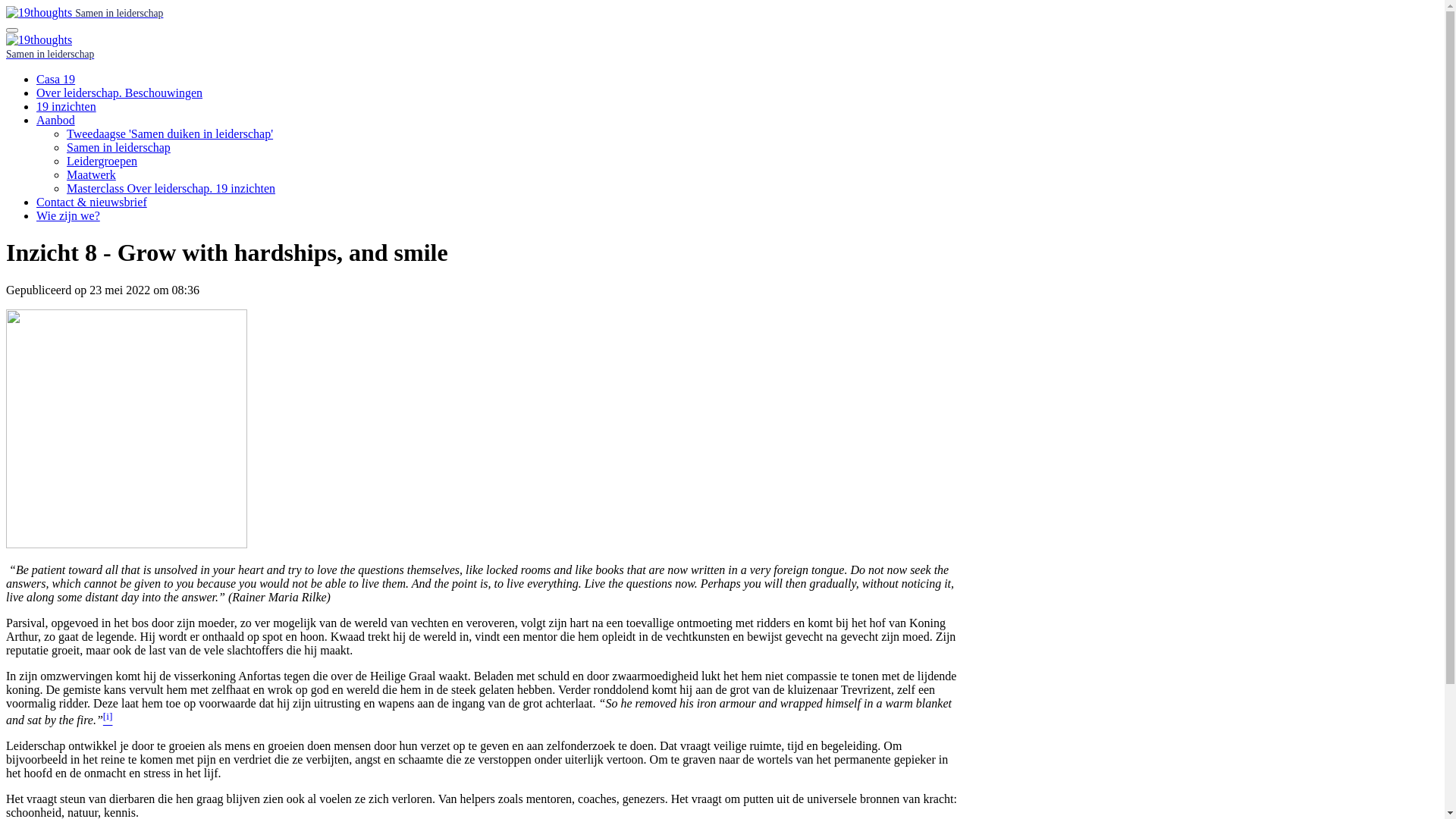 Image resolution: width=1456 pixels, height=819 pixels. Describe the element at coordinates (36, 119) in the screenshot. I see `'Aanbod'` at that location.